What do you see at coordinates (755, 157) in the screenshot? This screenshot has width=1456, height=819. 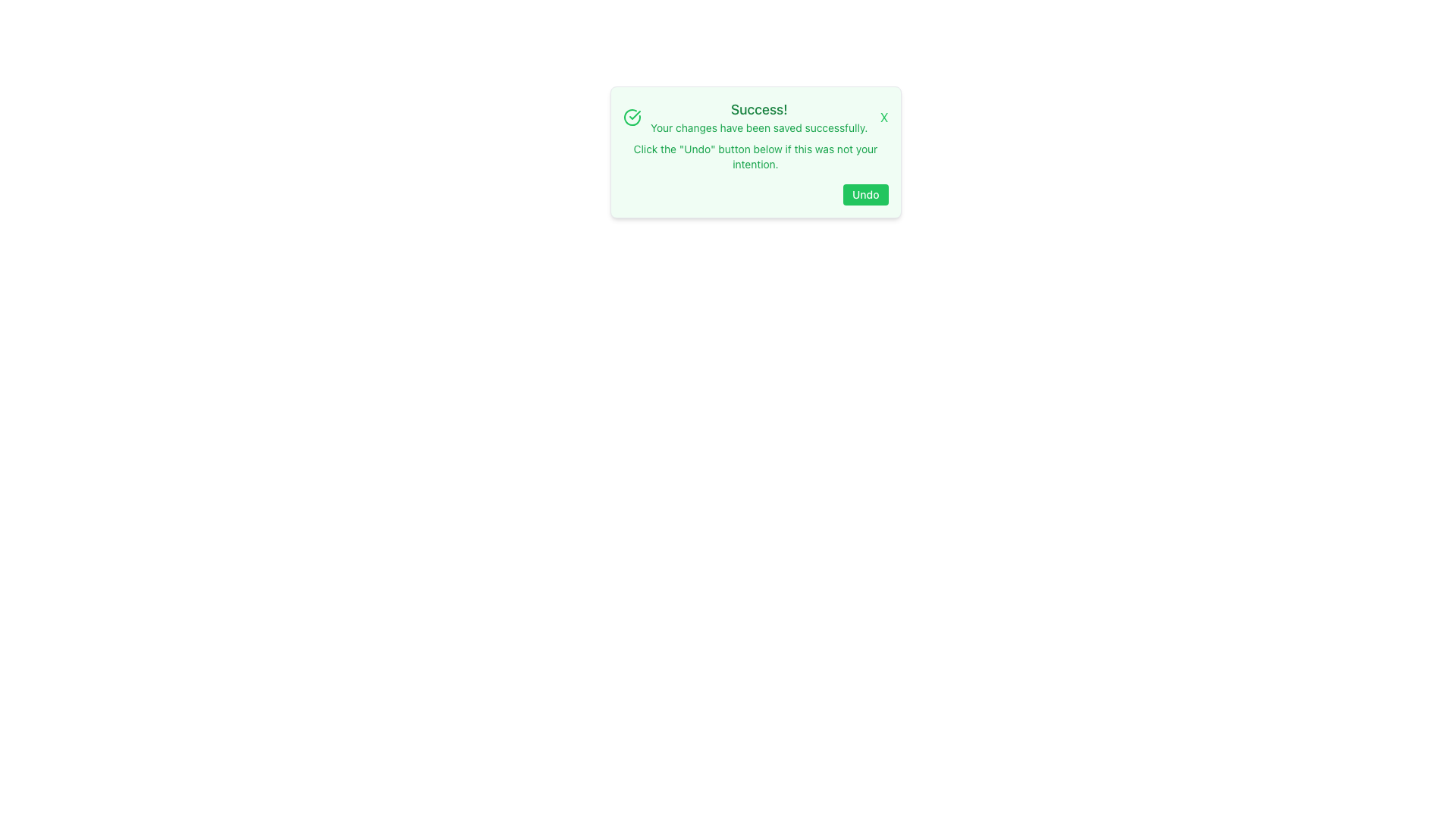 I see `the green styled text label displaying the message 'Click the "Undo" button below if this was not your intention.' which is located in the notification card after the title 'Success!'` at bounding box center [755, 157].